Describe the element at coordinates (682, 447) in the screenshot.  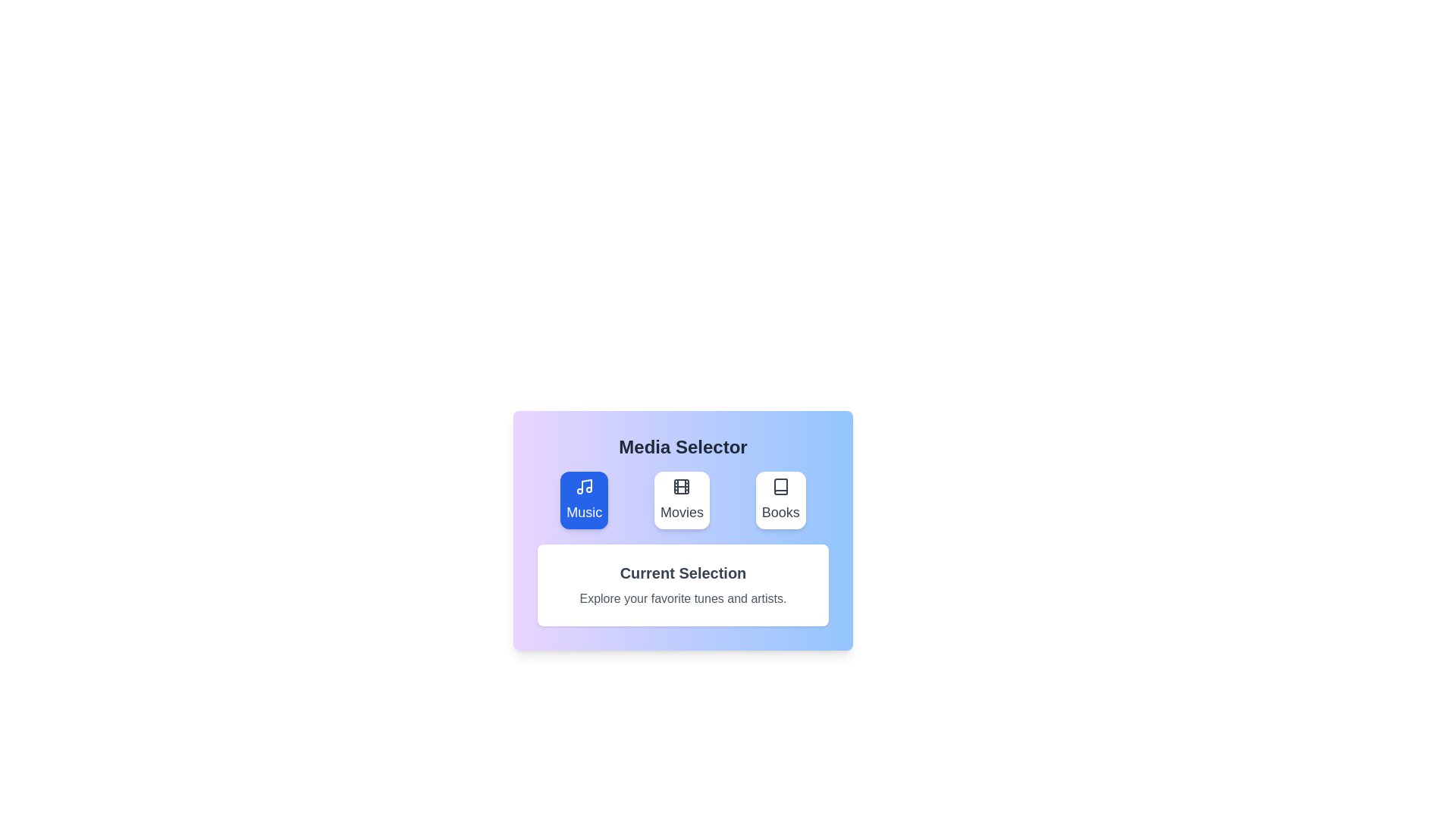
I see `the title 'Media Selector' which is displayed in a bold and large font, centered horizontally with a dark gray color against a gradient background` at that location.